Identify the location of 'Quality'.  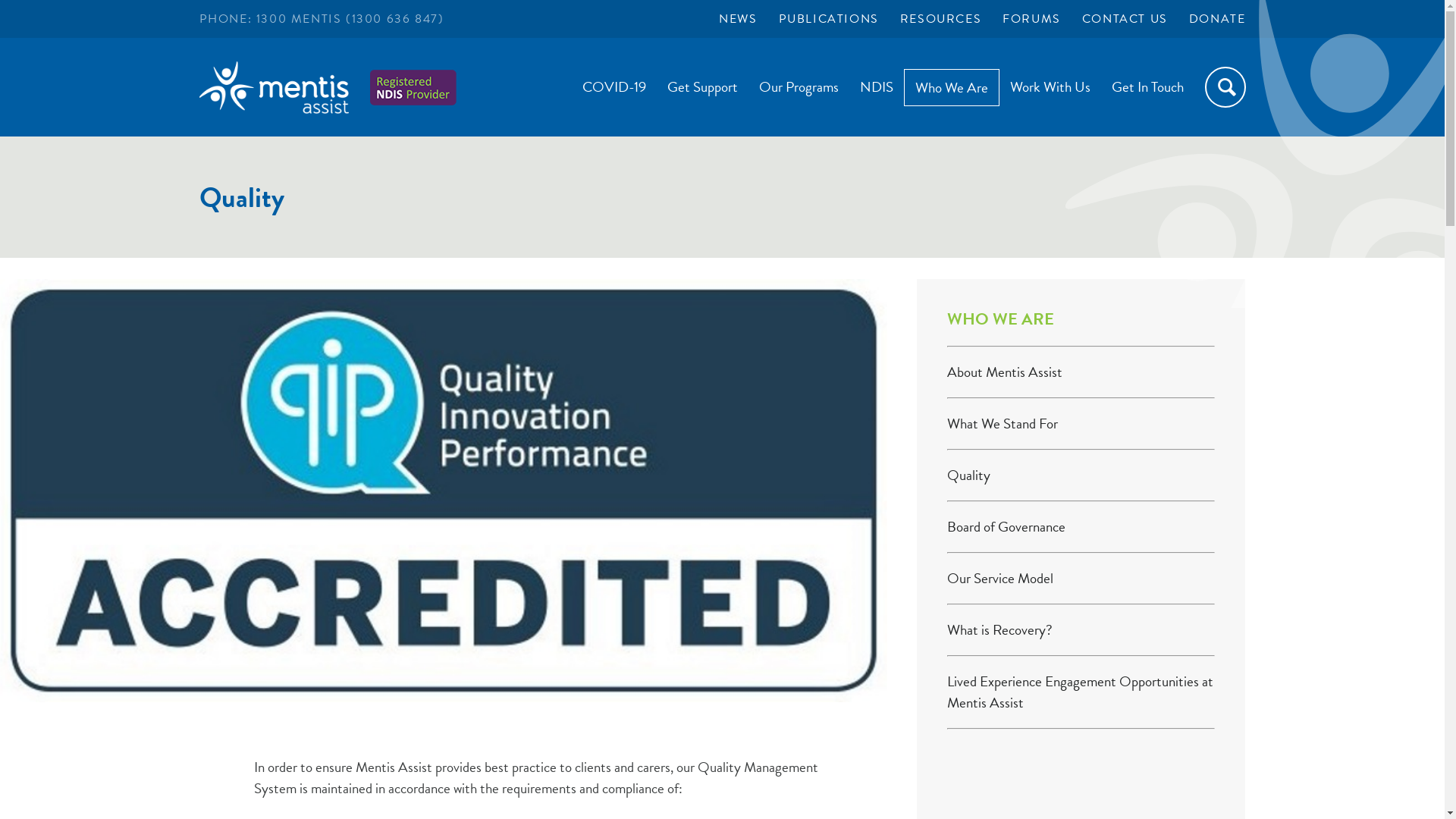
(968, 474).